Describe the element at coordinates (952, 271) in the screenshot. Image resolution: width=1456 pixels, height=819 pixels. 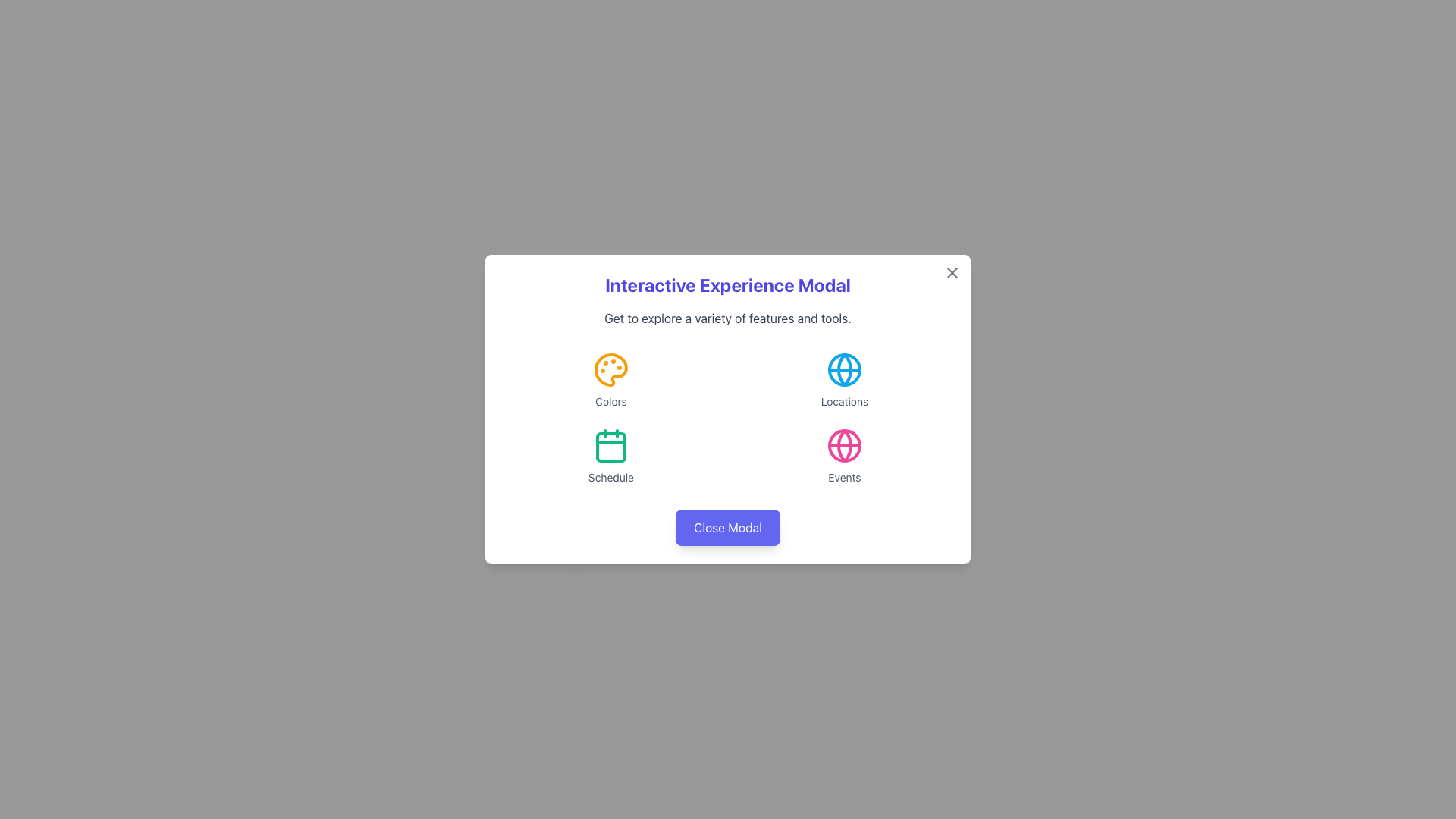
I see `the close button located in the top-right corner of the modal window to interact with it` at that location.